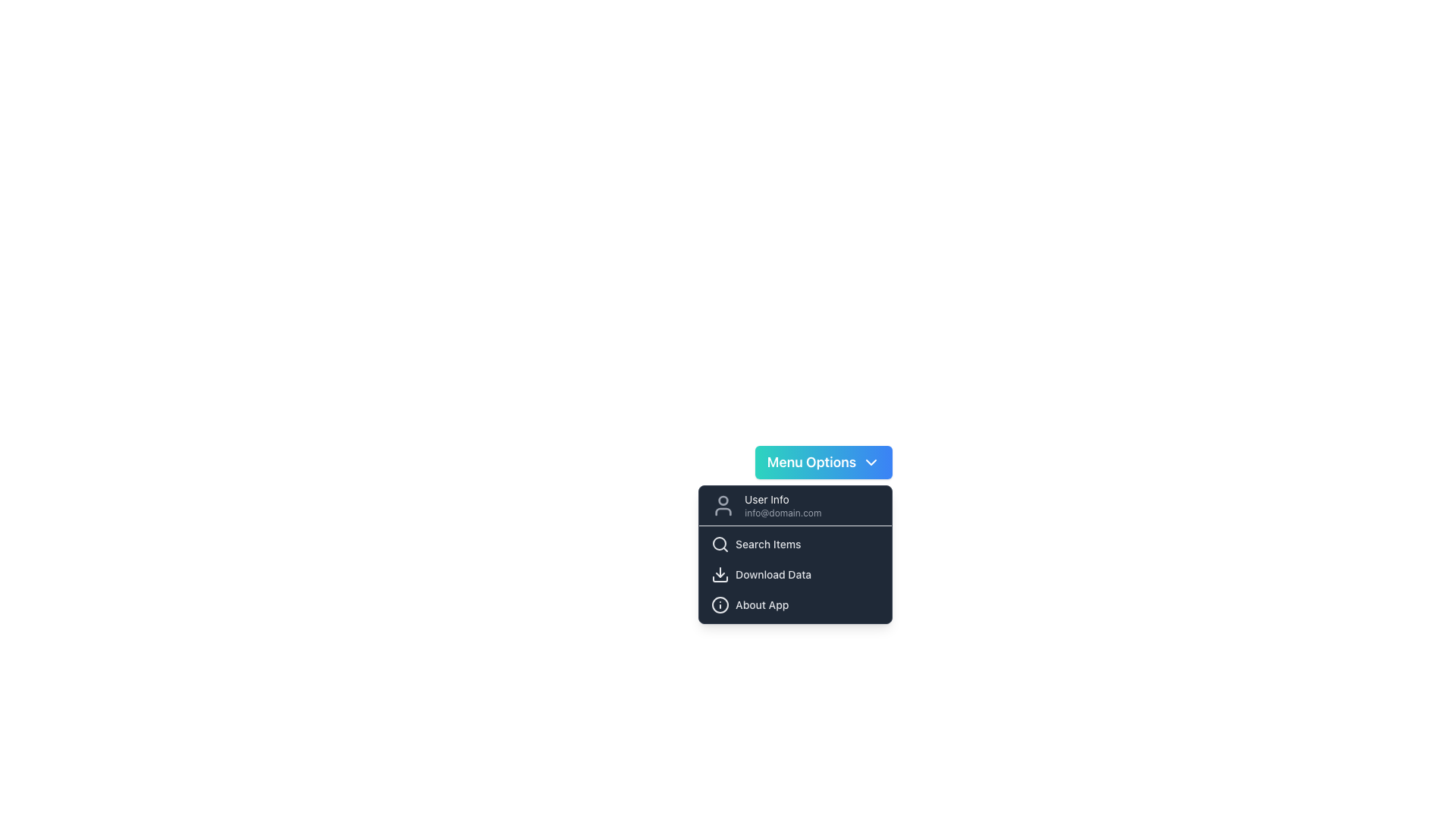  I want to click on the user profile icon, which is the first item in the 'User Info' section, located to the left of the associated text information, so click(723, 506).